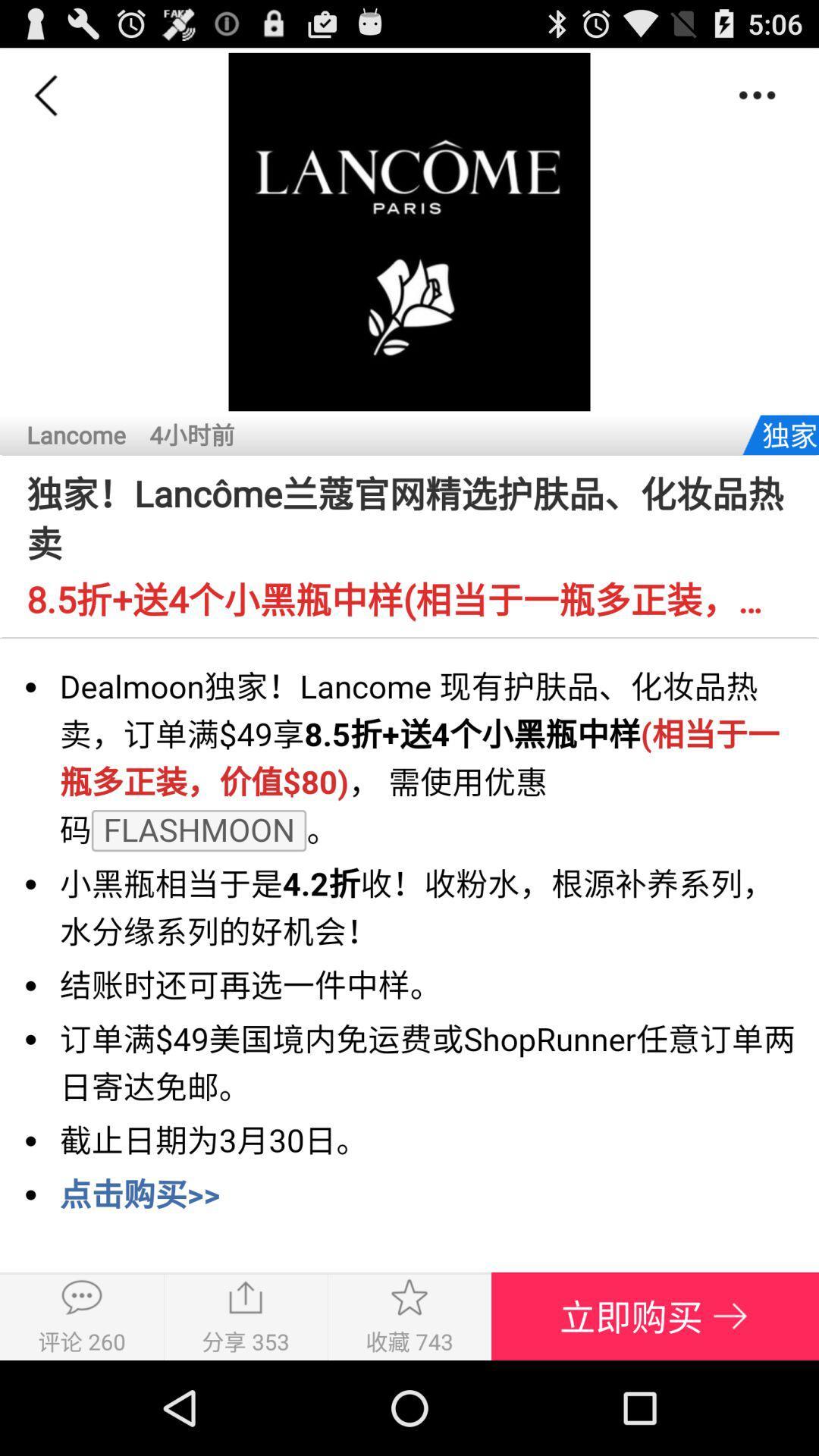  I want to click on the arrow_backward icon, so click(45, 101).